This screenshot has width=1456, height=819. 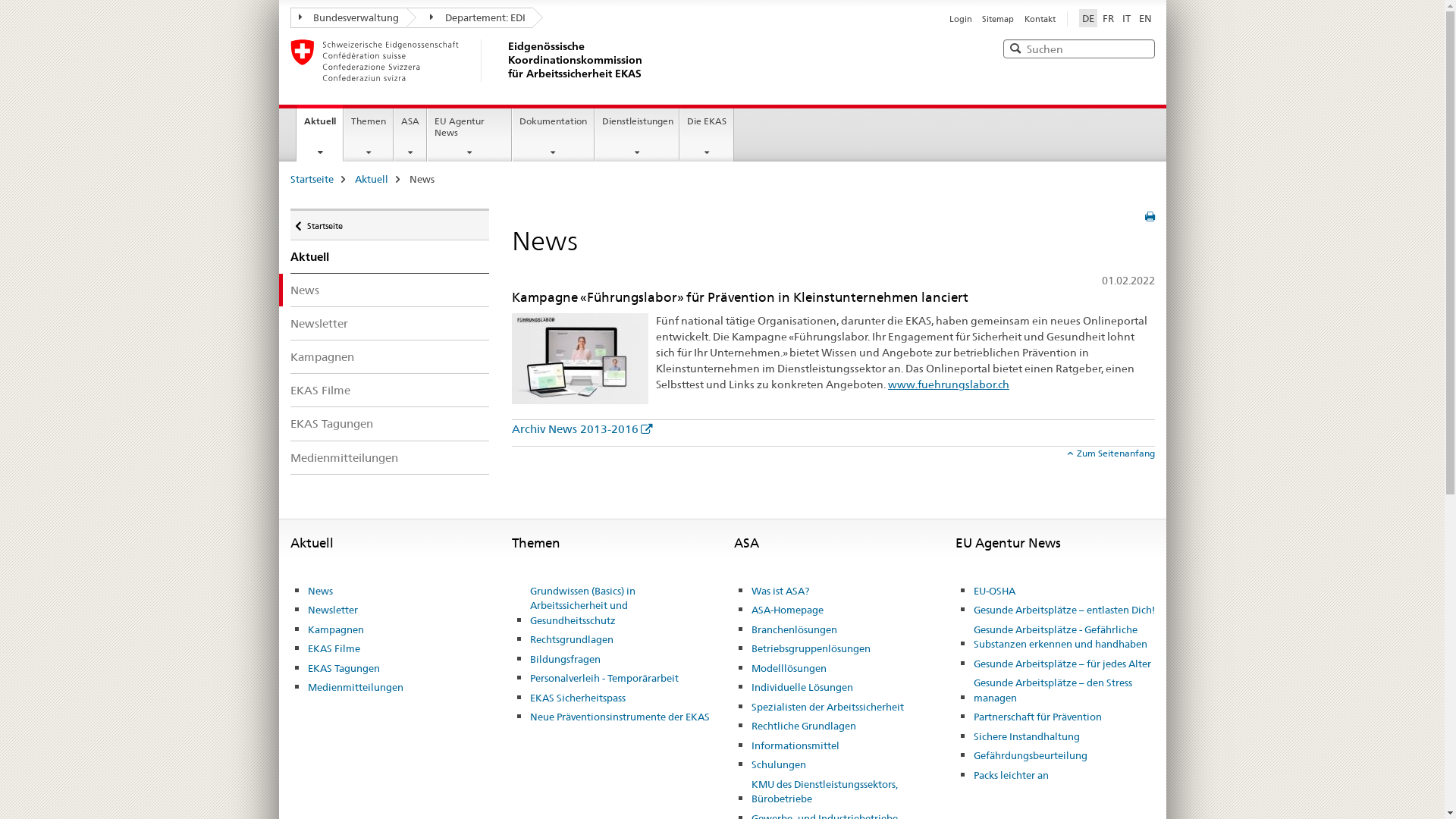 What do you see at coordinates (1026, 736) in the screenshot?
I see `'Sichere Instandhaltung'` at bounding box center [1026, 736].